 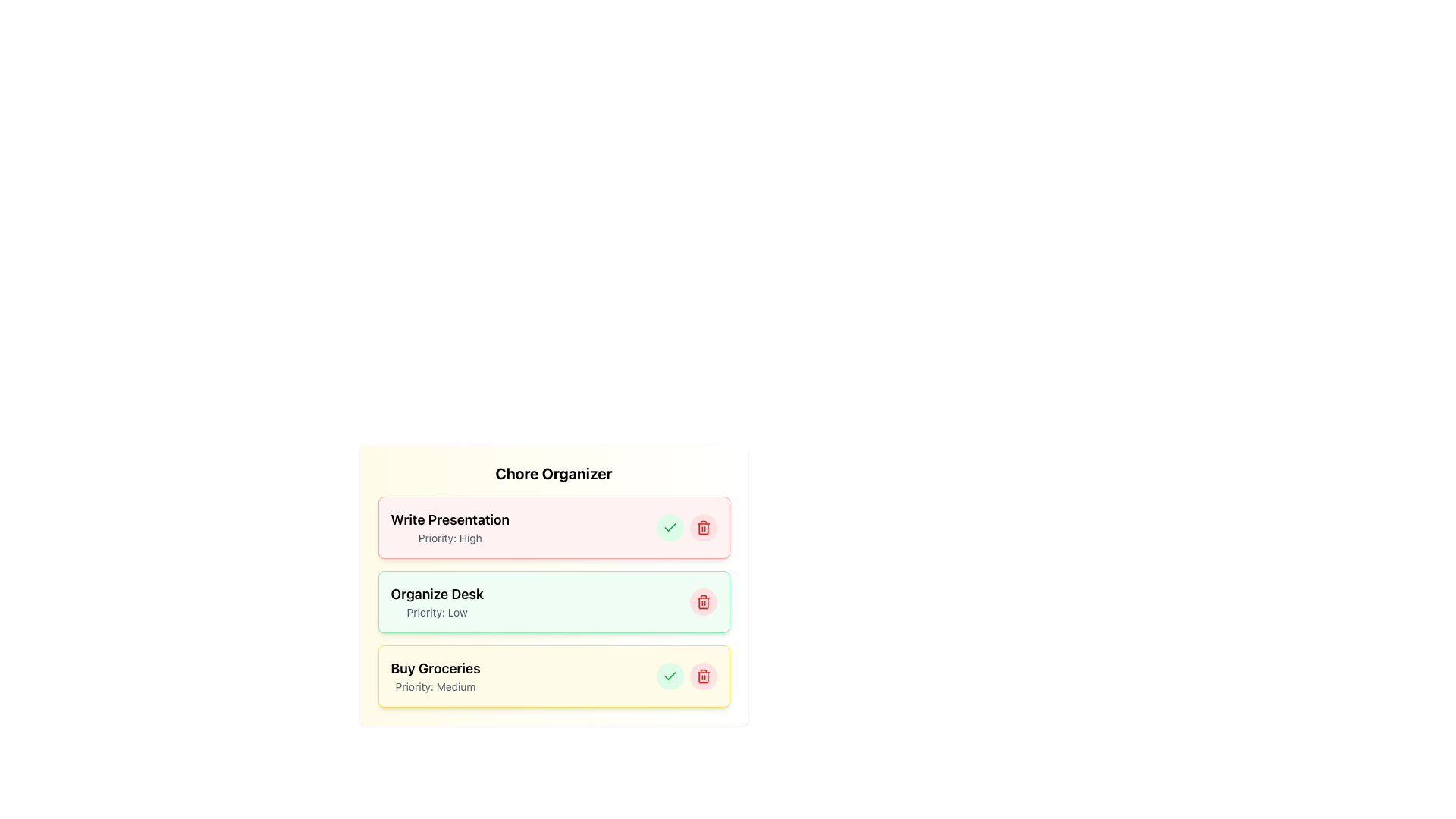 What do you see at coordinates (702, 526) in the screenshot?
I see `the small red trashcan icon button located at the top-right corner of the 'Write Presentation' task item to initiate the delete function` at bounding box center [702, 526].